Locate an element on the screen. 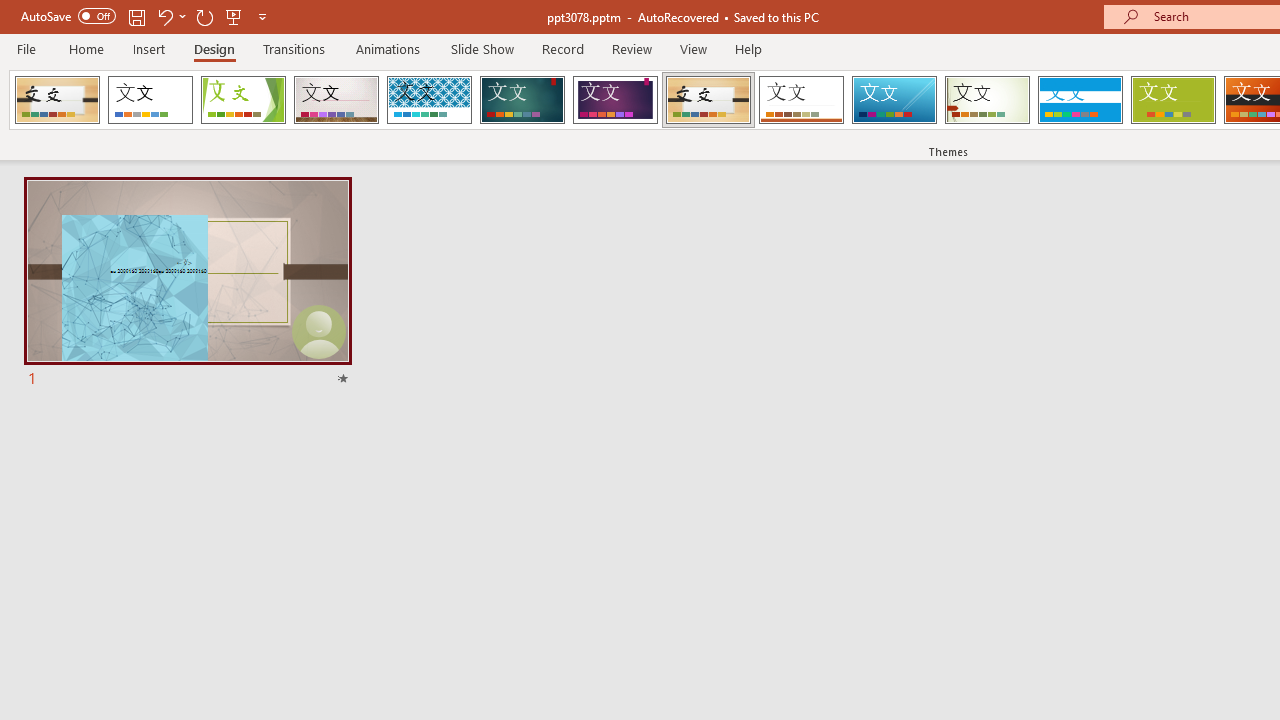 The height and width of the screenshot is (720, 1280). 'Organic' is located at coordinates (708, 100).